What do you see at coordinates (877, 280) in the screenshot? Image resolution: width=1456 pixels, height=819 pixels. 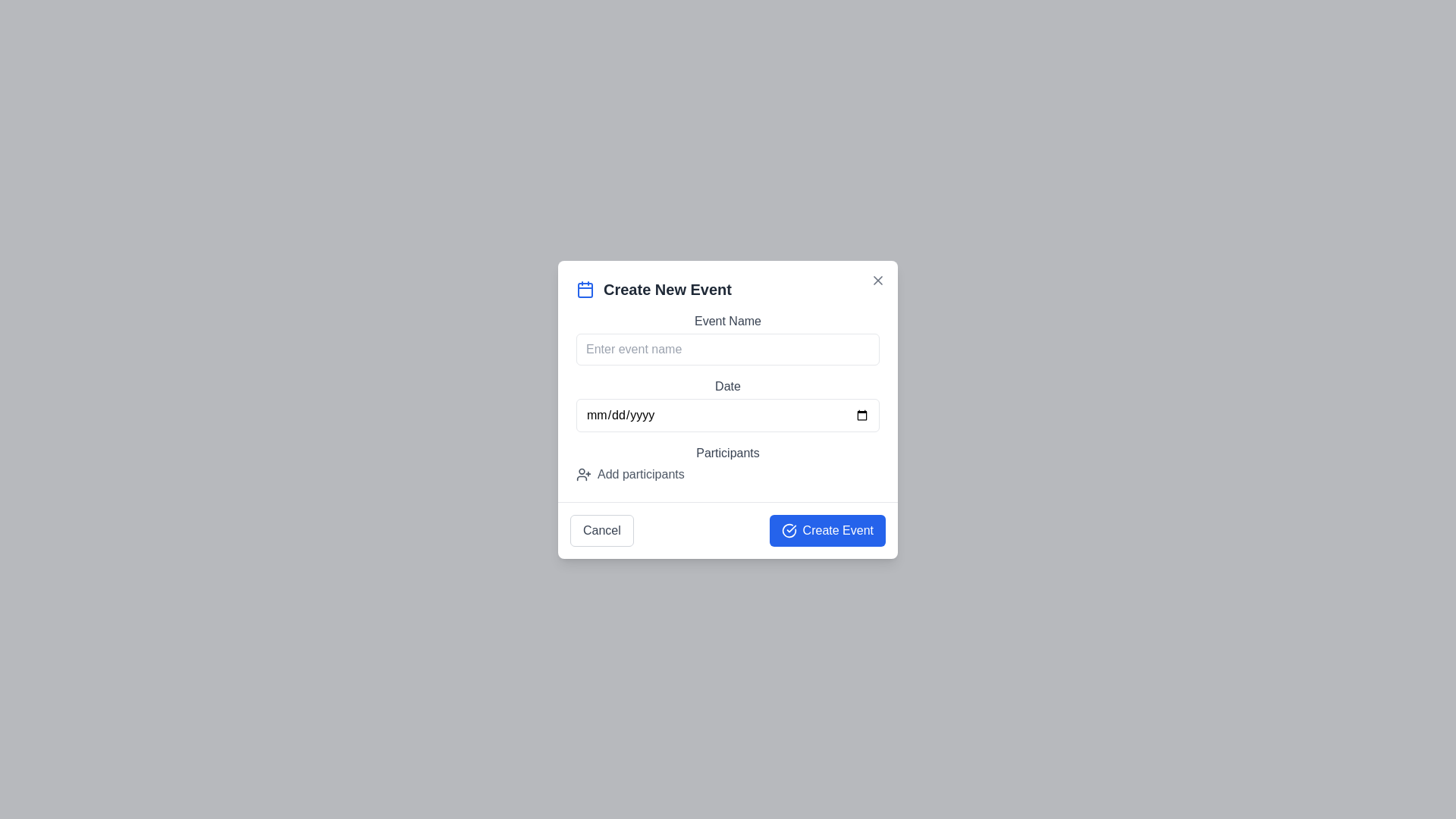 I see `the close button in the top-right corner of the 'Create New Event' modal` at bounding box center [877, 280].